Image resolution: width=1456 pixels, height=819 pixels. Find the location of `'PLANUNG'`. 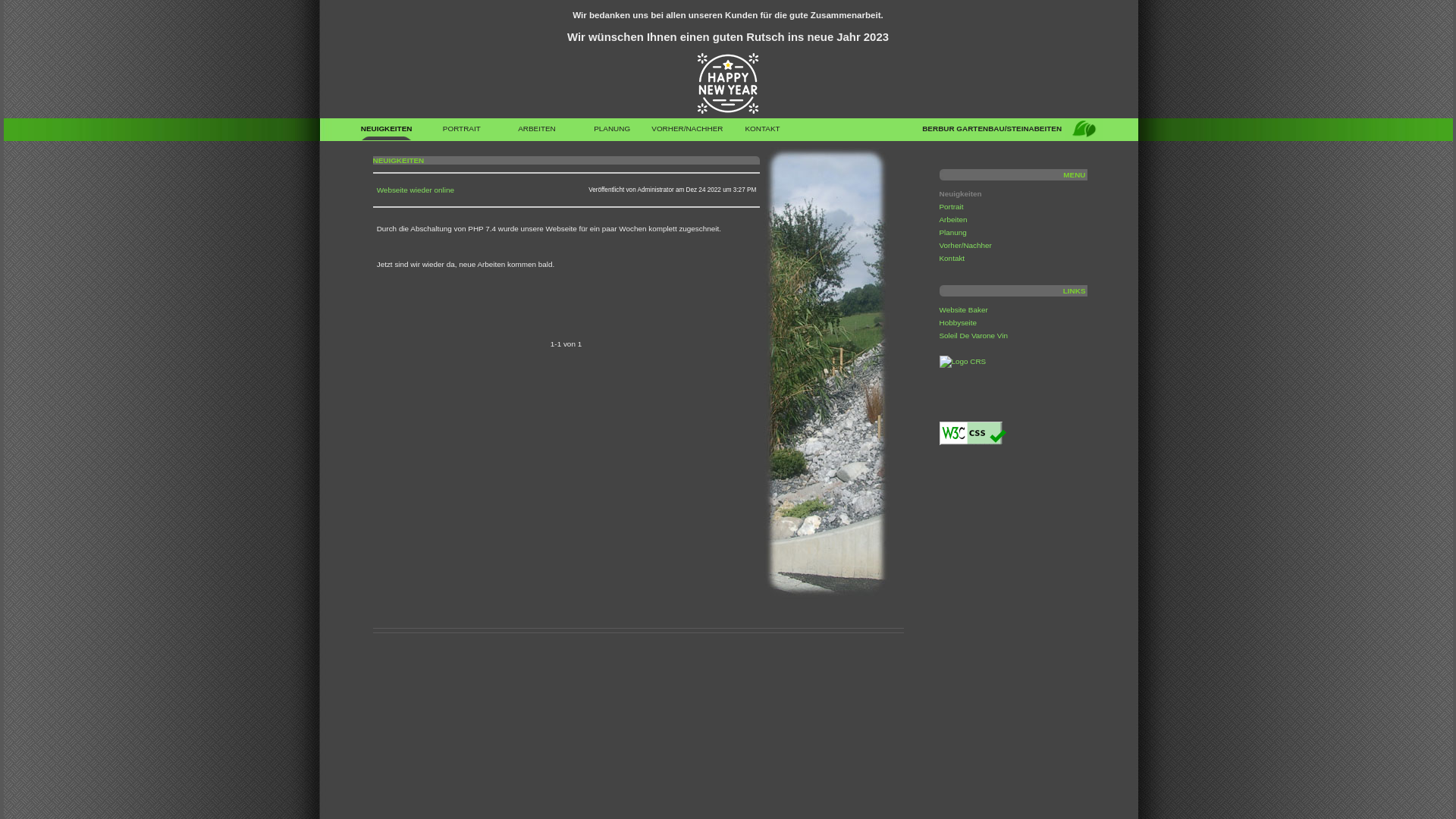

'PLANUNG' is located at coordinates (612, 131).